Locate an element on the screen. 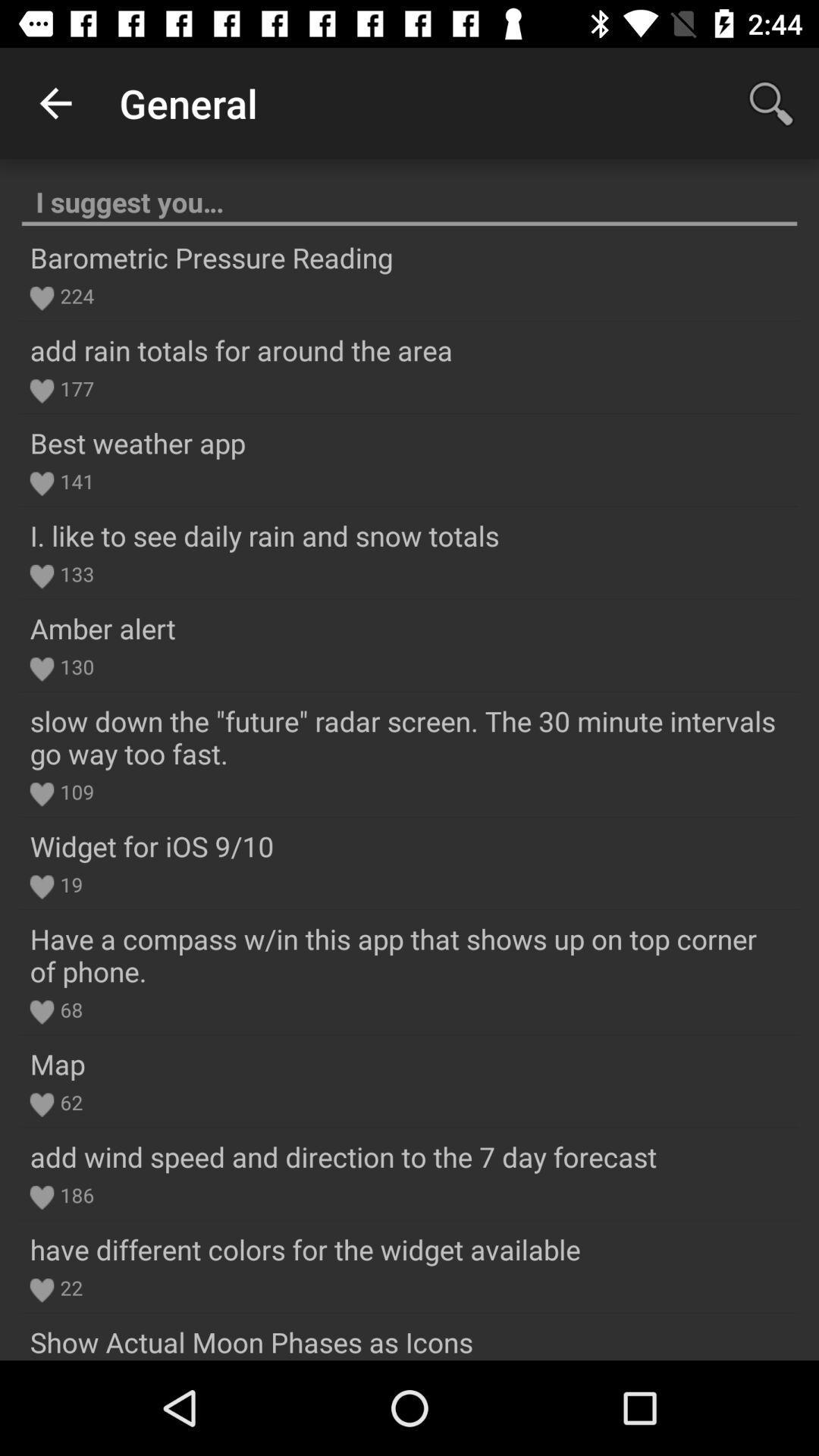  icon to the left of the 186 is located at coordinates (41, 1197).